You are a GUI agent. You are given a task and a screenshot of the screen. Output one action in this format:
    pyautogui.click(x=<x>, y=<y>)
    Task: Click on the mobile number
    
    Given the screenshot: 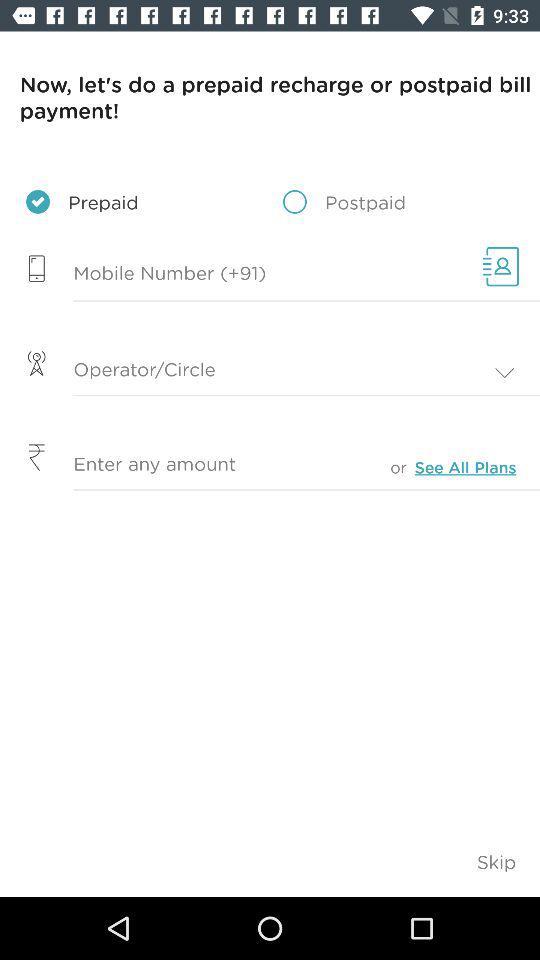 What is the action you would take?
    pyautogui.click(x=235, y=273)
    